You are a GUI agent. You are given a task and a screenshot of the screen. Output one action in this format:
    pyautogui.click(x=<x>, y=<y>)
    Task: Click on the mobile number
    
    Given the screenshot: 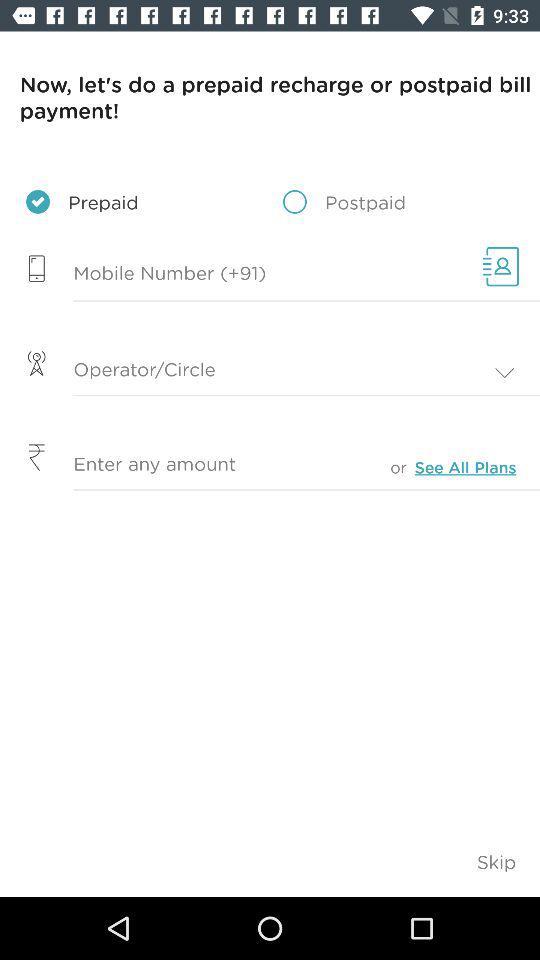 What is the action you would take?
    pyautogui.click(x=235, y=273)
    